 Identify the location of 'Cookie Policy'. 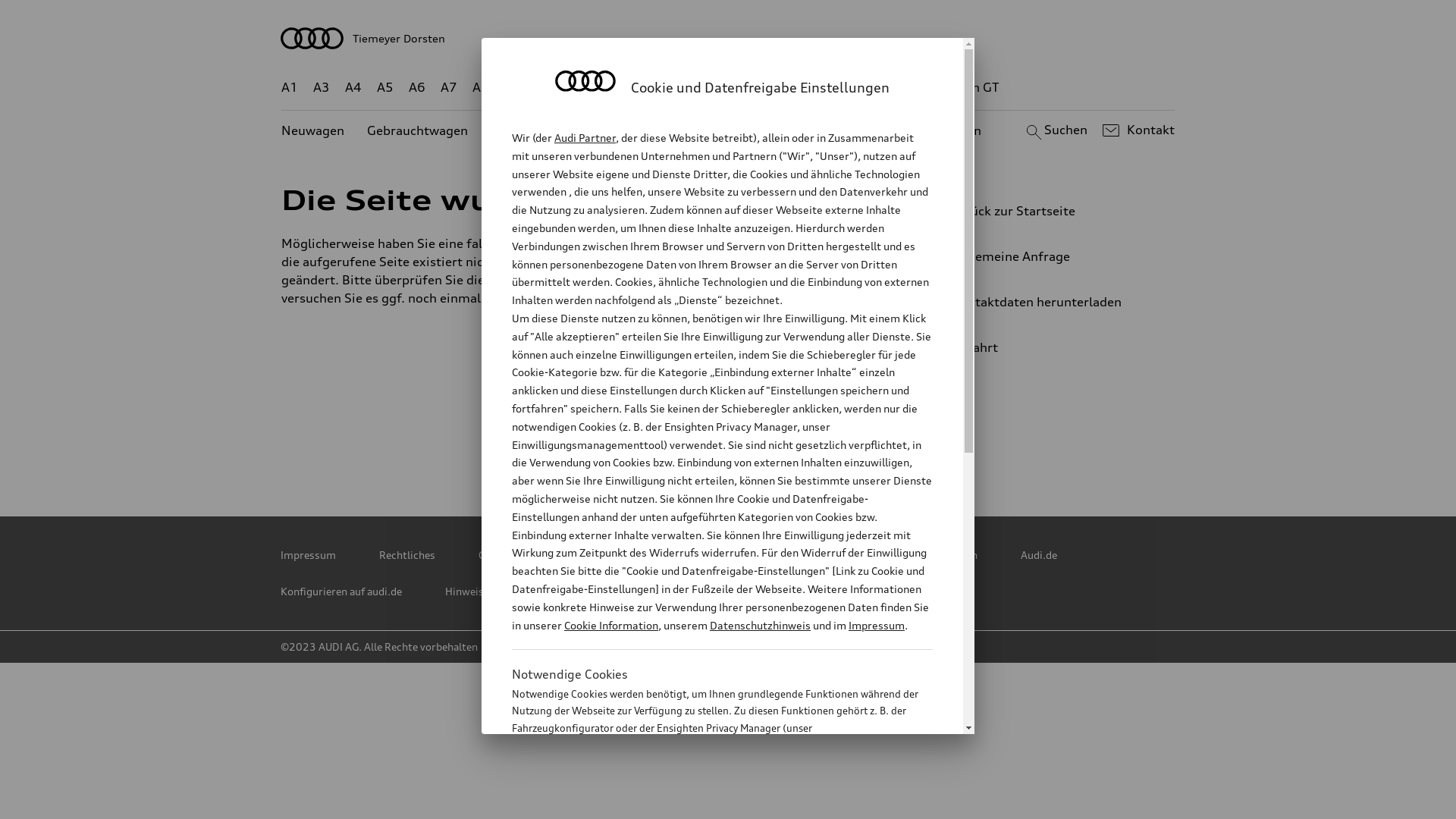
(711, 555).